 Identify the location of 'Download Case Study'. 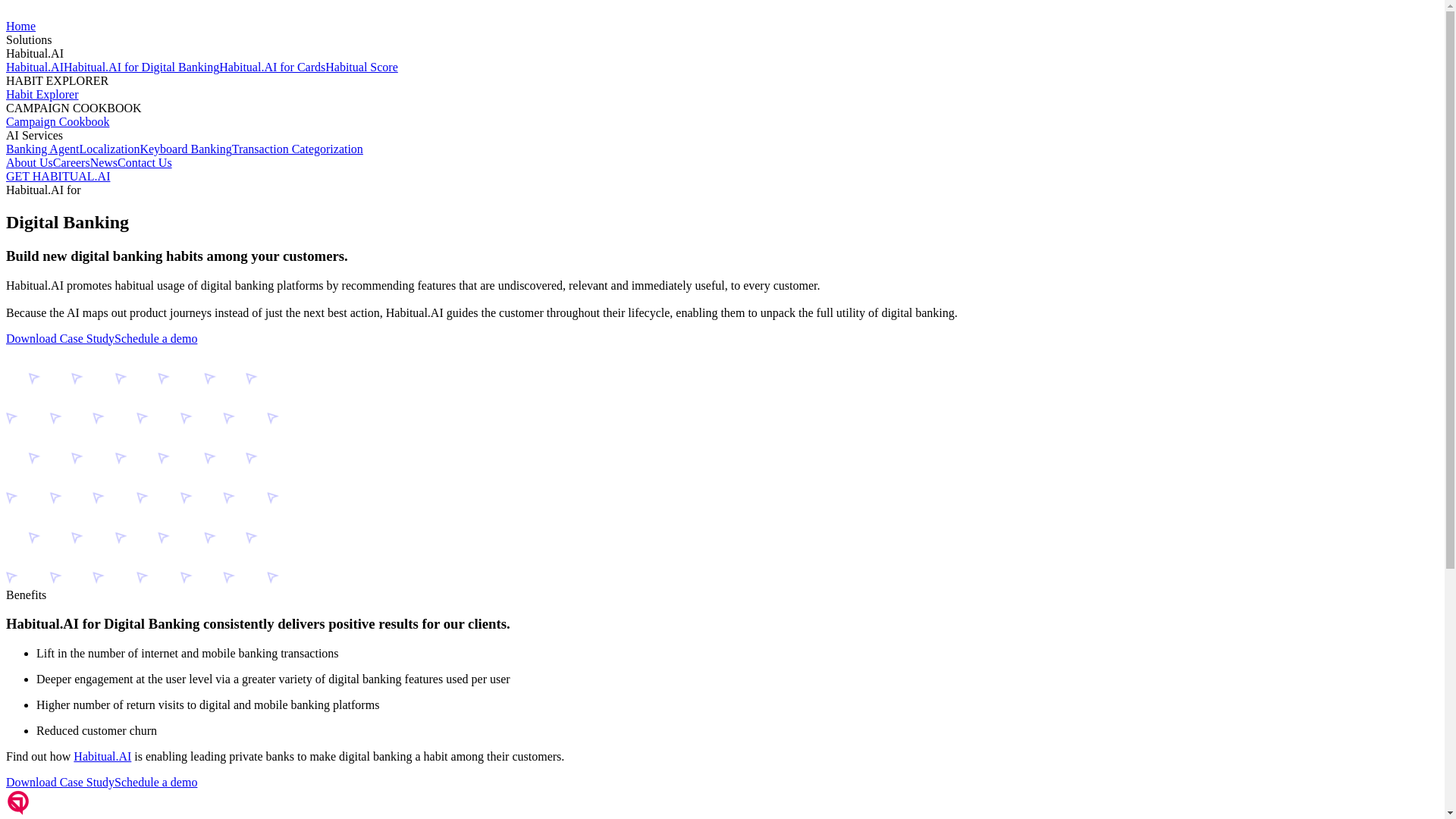
(60, 782).